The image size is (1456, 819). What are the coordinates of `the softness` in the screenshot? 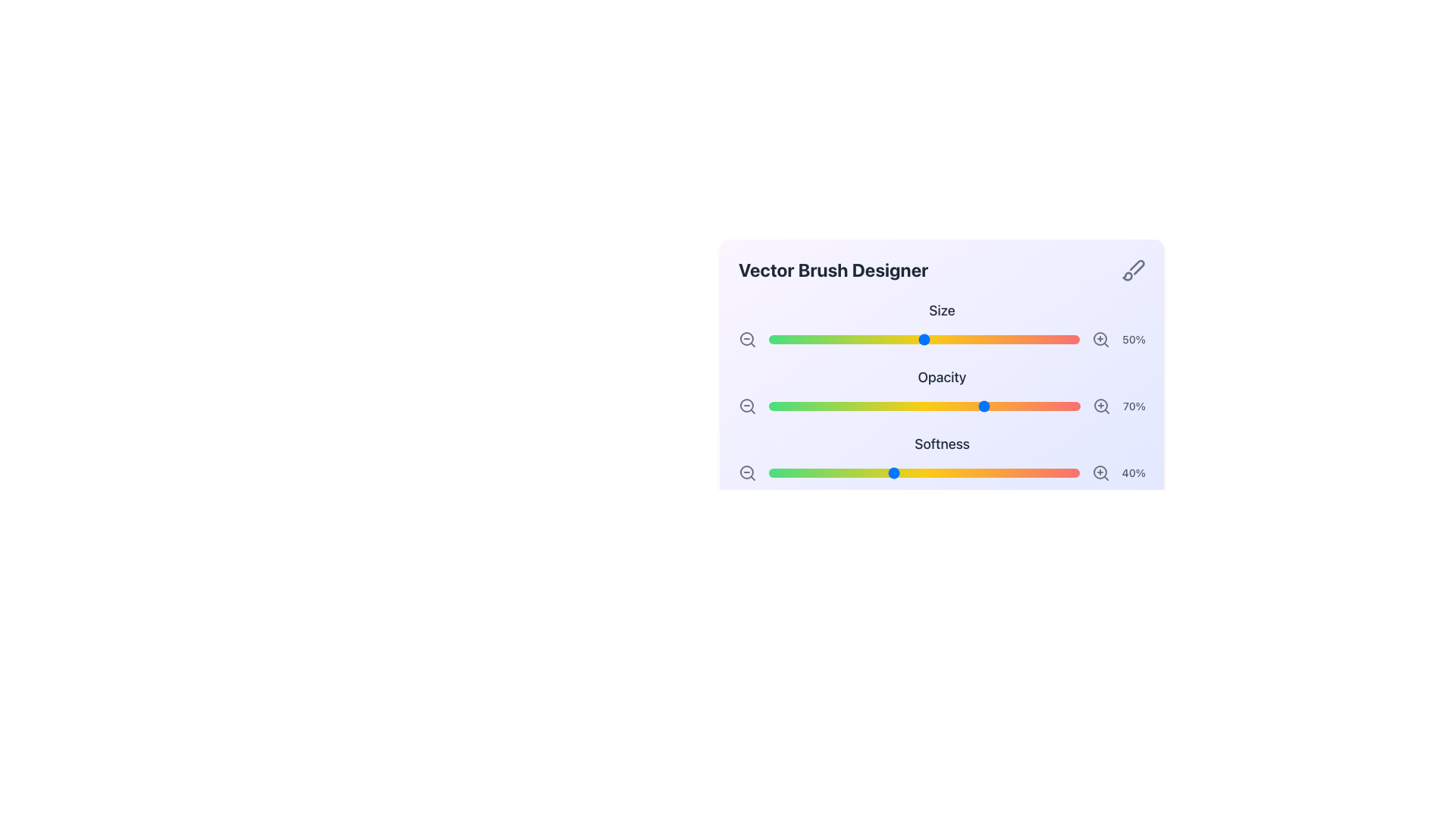 It's located at (923, 472).